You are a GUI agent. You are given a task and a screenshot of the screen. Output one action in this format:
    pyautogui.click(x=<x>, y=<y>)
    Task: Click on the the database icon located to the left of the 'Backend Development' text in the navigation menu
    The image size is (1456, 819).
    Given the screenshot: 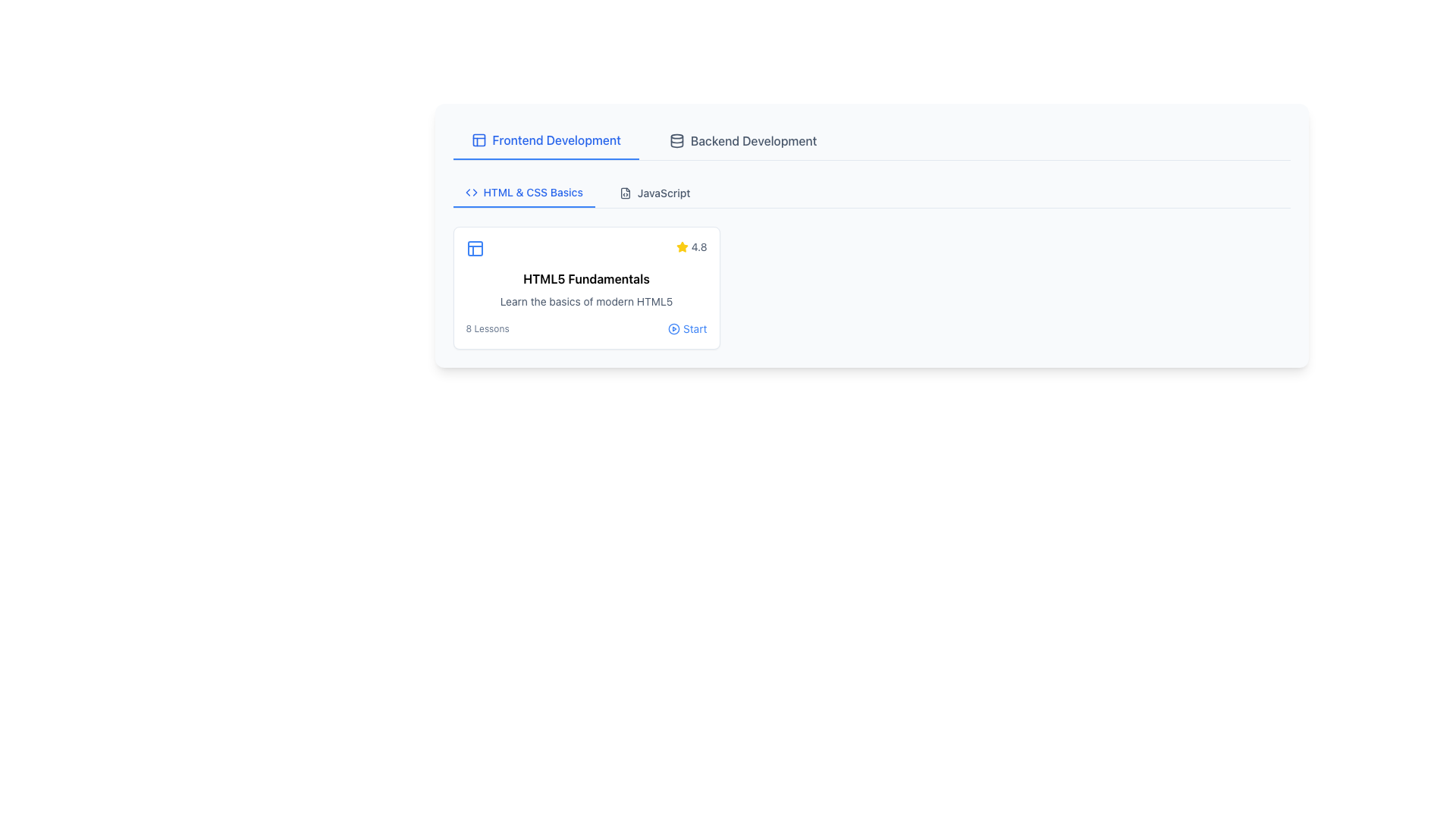 What is the action you would take?
    pyautogui.click(x=676, y=140)
    